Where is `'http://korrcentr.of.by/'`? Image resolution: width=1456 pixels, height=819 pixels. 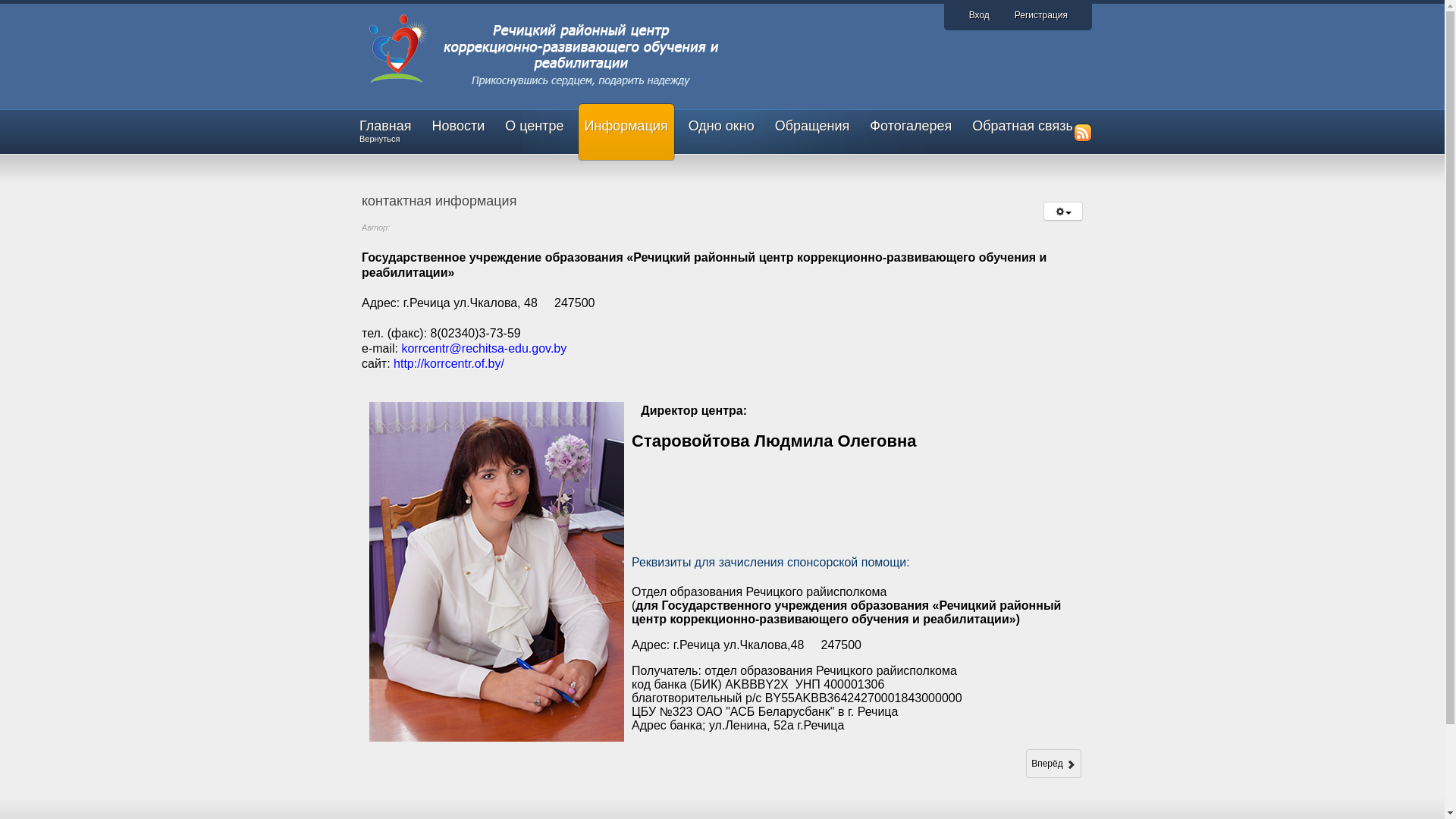 'http://korrcentr.of.by/' is located at coordinates (447, 363).